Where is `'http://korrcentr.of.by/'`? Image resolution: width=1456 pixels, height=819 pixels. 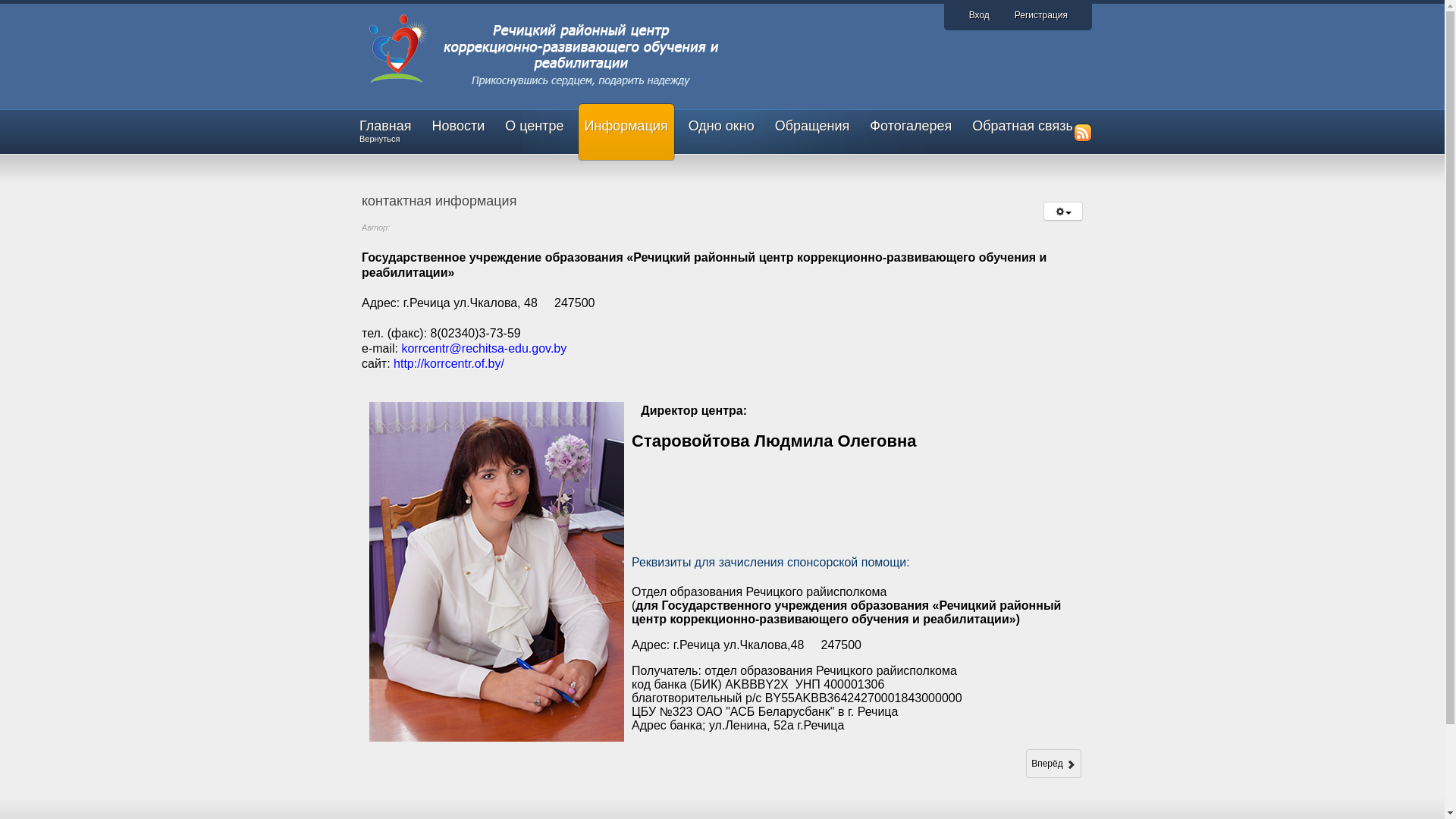 'http://korrcentr.of.by/' is located at coordinates (447, 363).